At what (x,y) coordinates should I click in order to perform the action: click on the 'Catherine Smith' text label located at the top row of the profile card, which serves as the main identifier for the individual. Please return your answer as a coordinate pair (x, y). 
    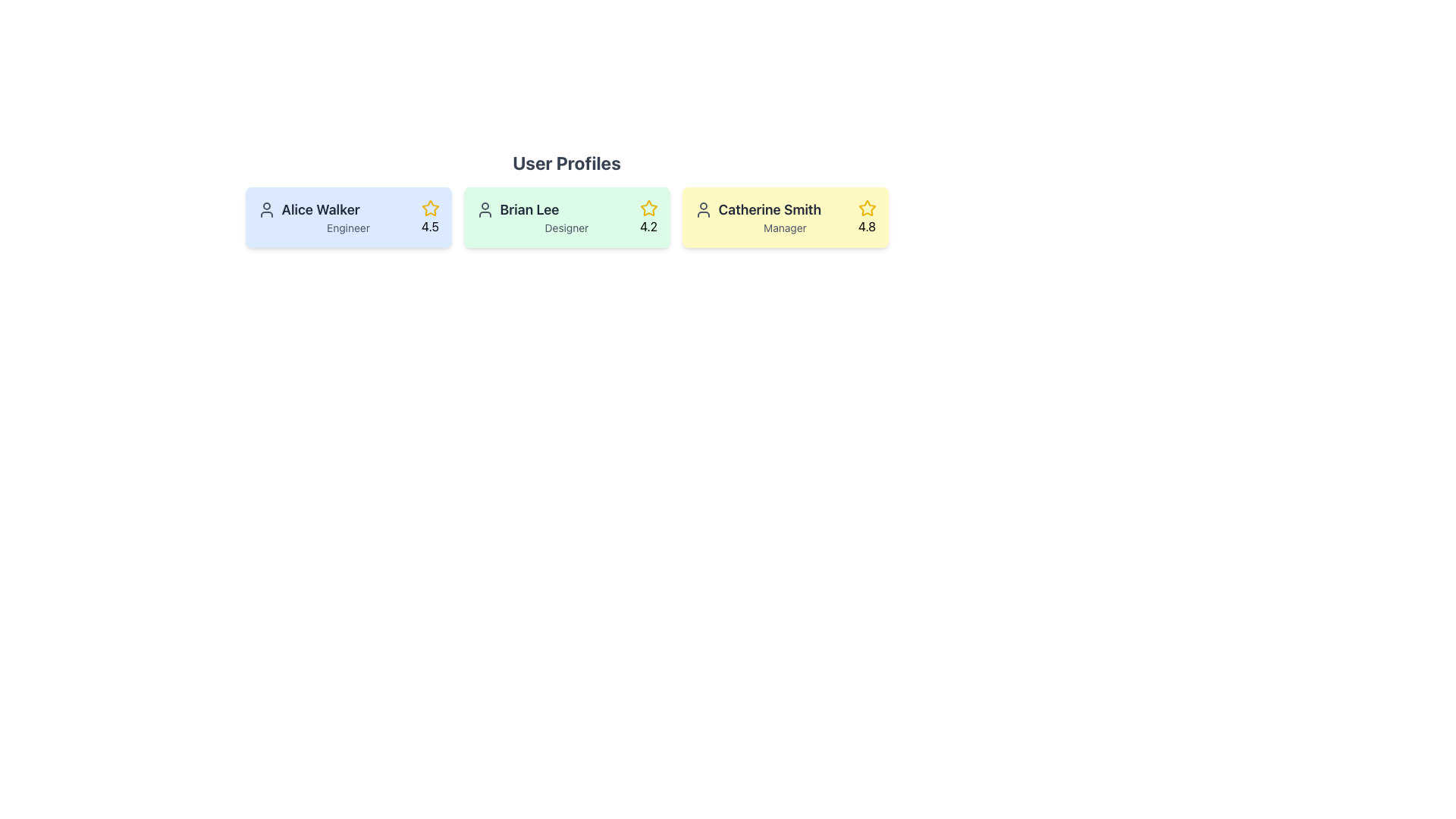
    Looking at the image, I should click on (785, 210).